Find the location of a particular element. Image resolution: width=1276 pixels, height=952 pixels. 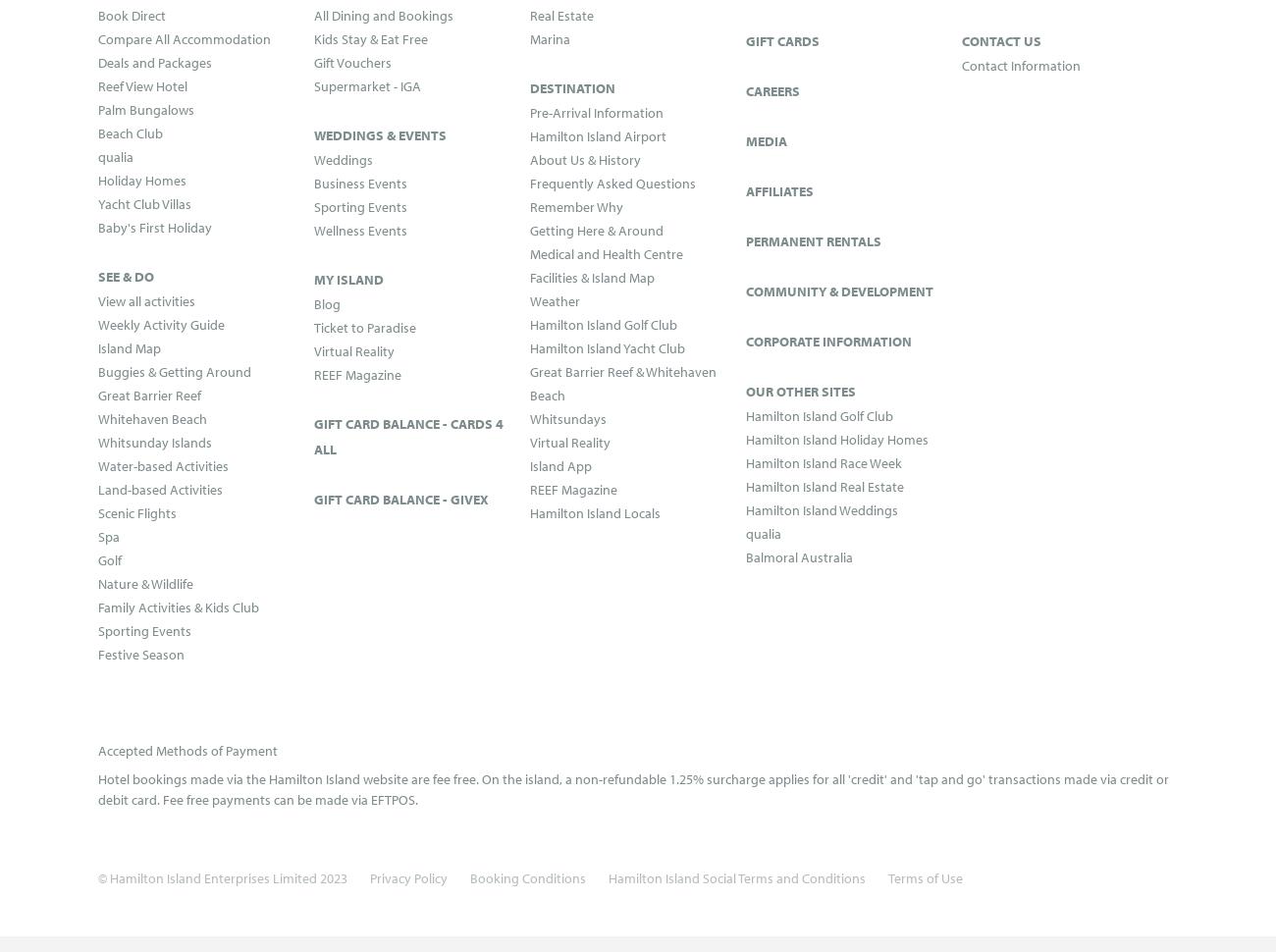

'Corporate Information' is located at coordinates (828, 339).